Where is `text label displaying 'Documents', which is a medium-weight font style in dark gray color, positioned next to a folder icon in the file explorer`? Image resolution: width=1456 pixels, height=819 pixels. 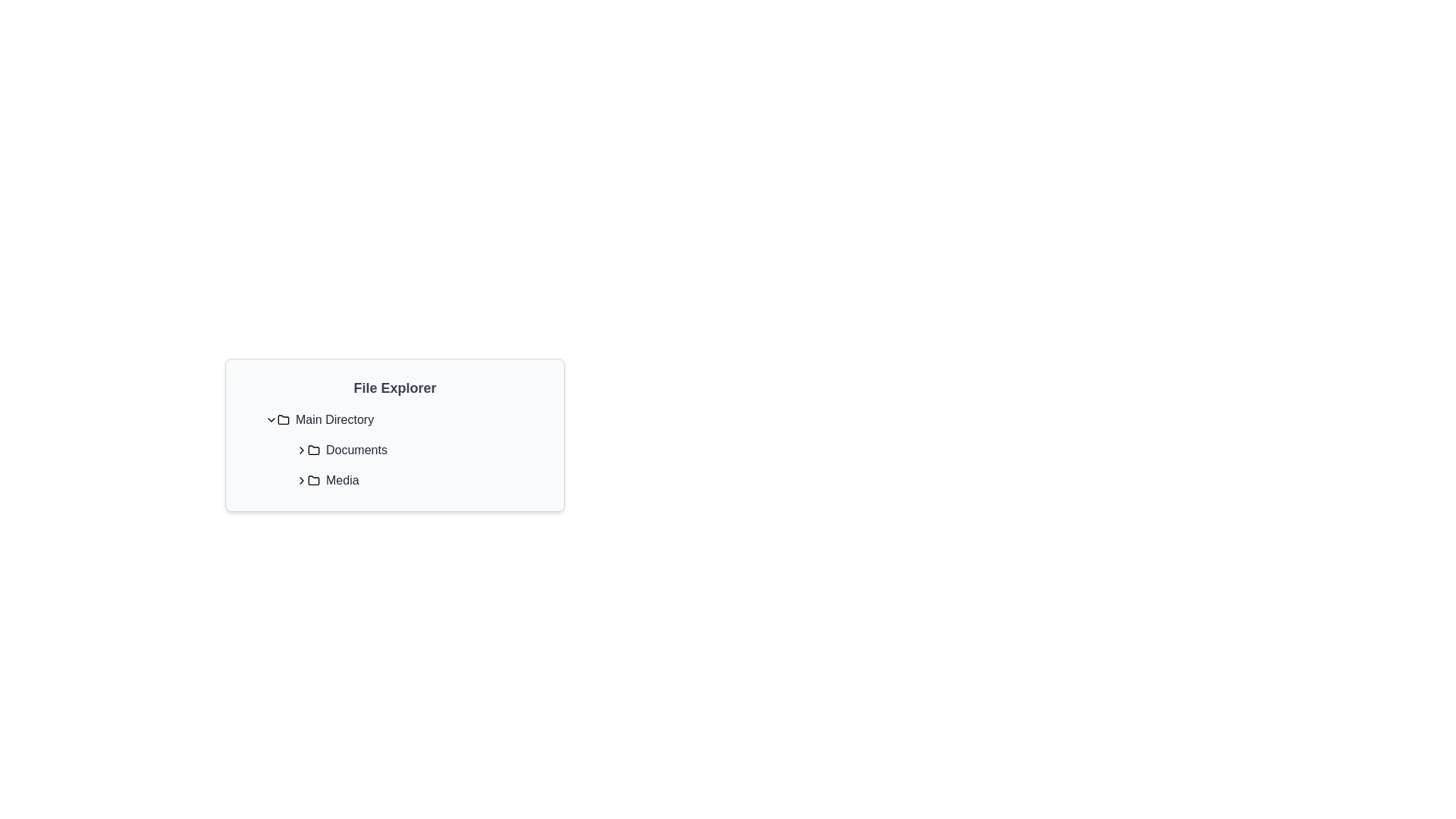 text label displaying 'Documents', which is a medium-weight font style in dark gray color, positioned next to a folder icon in the file explorer is located at coordinates (356, 450).